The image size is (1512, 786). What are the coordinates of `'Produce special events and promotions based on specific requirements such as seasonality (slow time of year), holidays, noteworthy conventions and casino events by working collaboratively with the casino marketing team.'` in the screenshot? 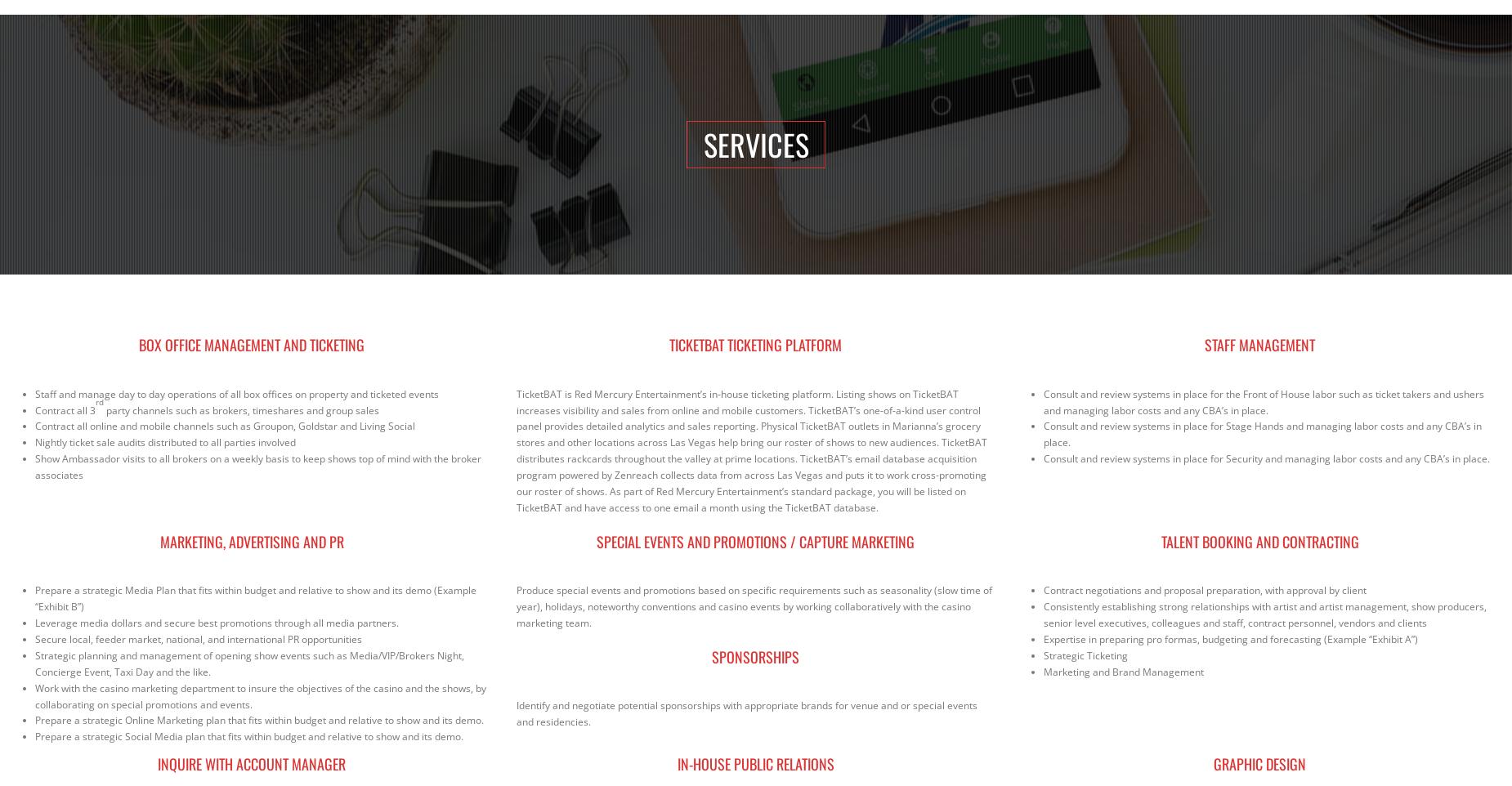 It's located at (754, 606).